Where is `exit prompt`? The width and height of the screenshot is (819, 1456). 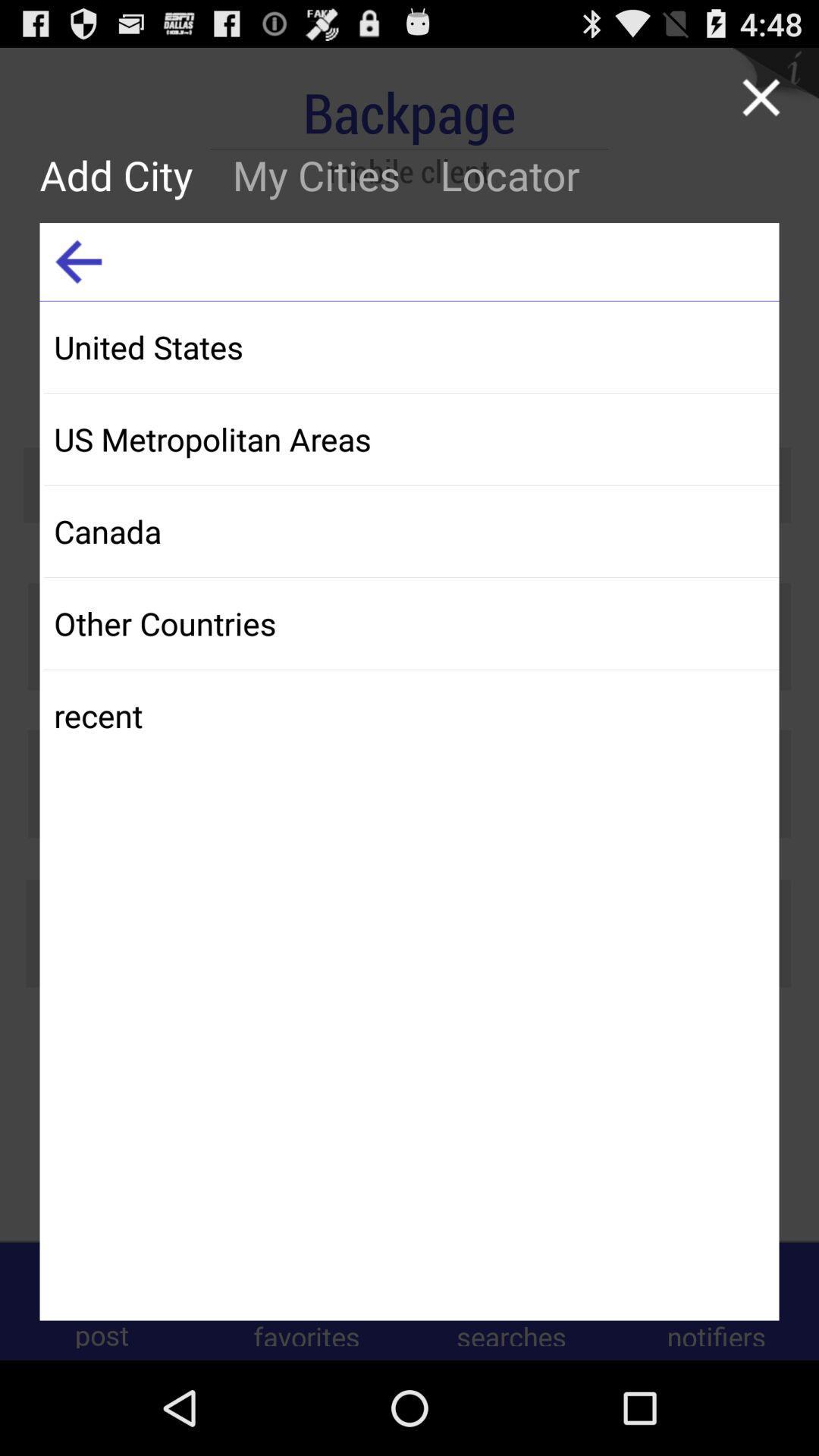 exit prompt is located at coordinates (761, 96).